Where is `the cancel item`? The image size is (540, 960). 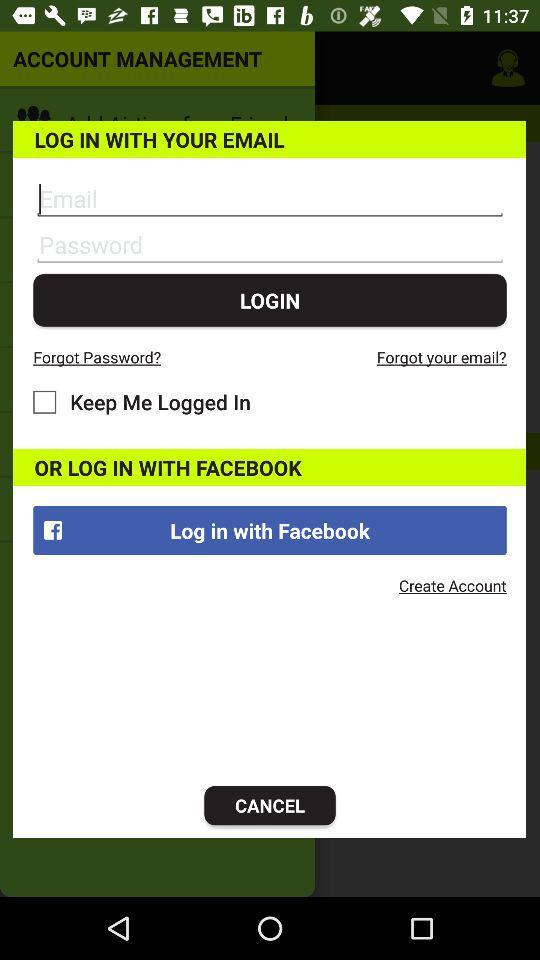
the cancel item is located at coordinates (270, 805).